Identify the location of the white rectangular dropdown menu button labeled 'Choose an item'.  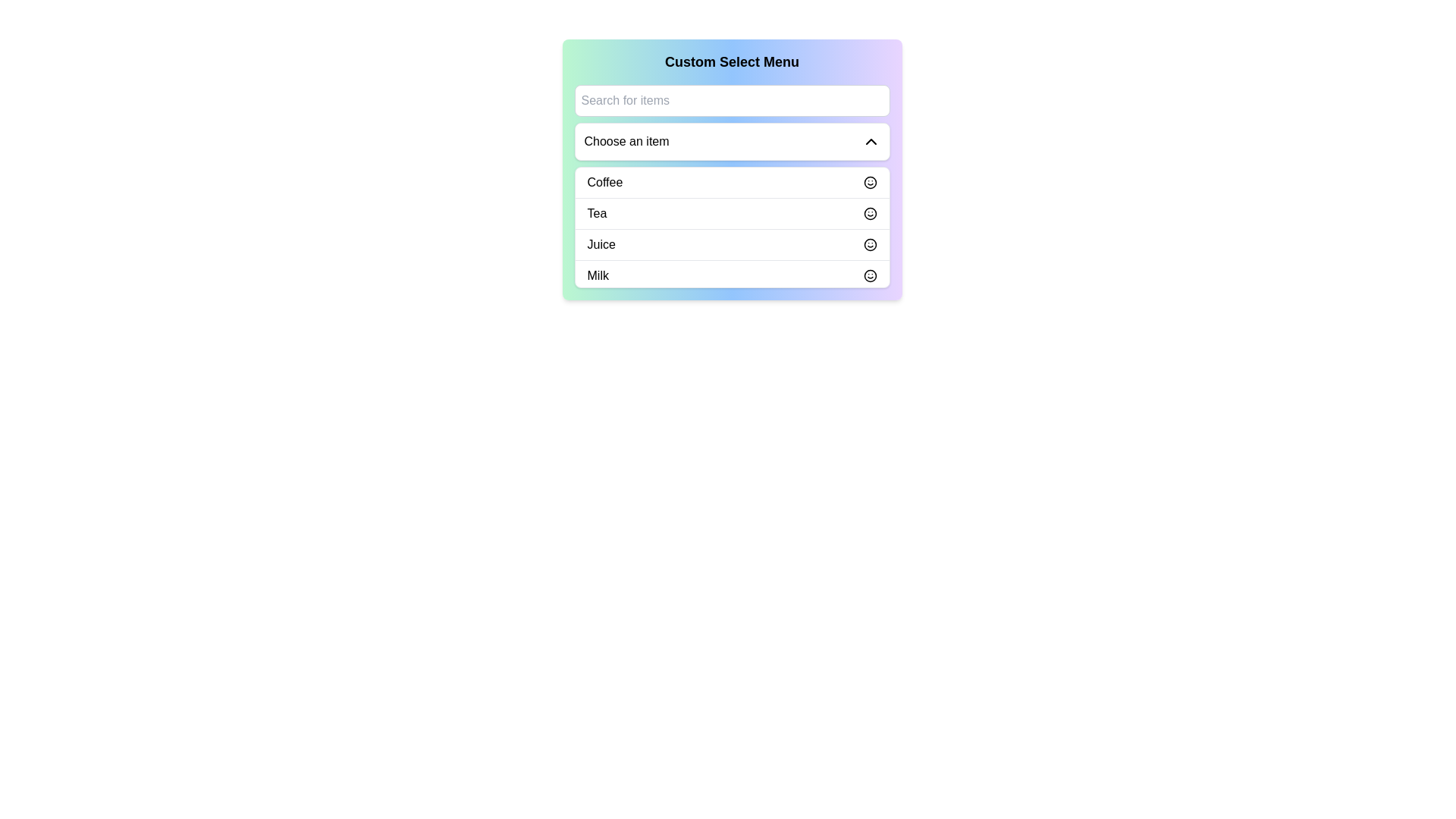
(732, 141).